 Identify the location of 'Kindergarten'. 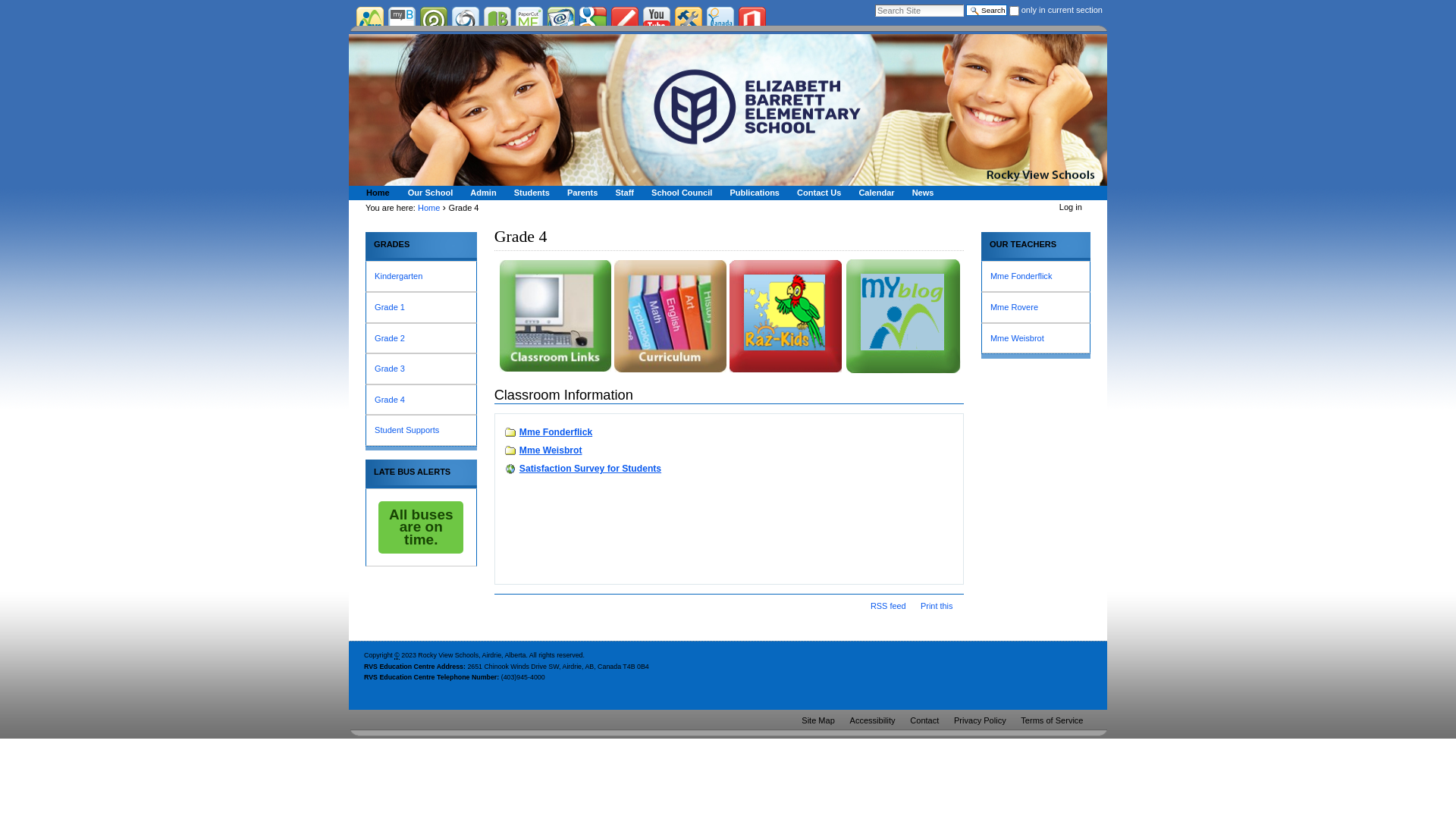
(421, 276).